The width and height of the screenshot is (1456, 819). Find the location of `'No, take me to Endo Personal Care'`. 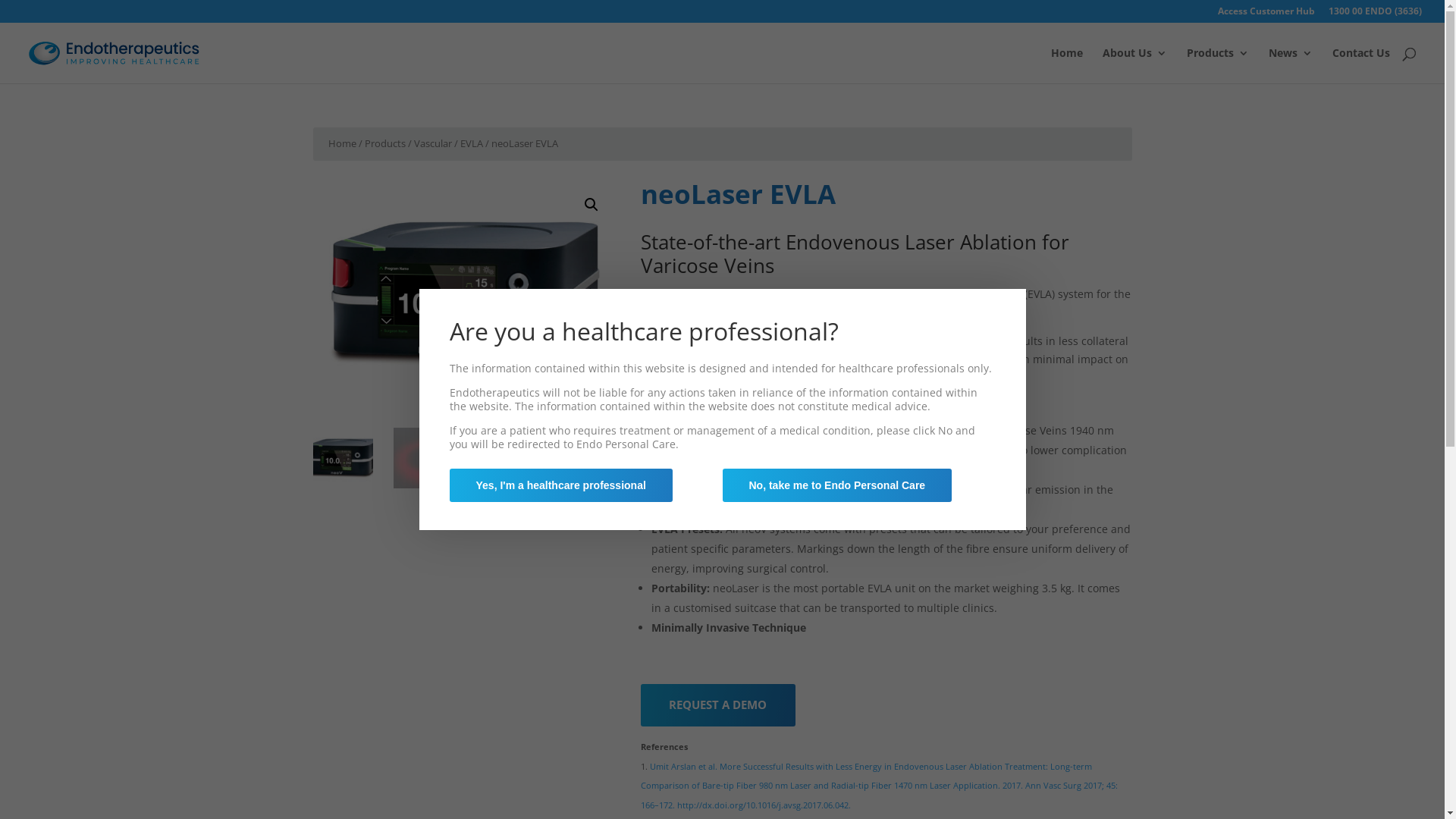

'No, take me to Endo Personal Care' is located at coordinates (836, 485).